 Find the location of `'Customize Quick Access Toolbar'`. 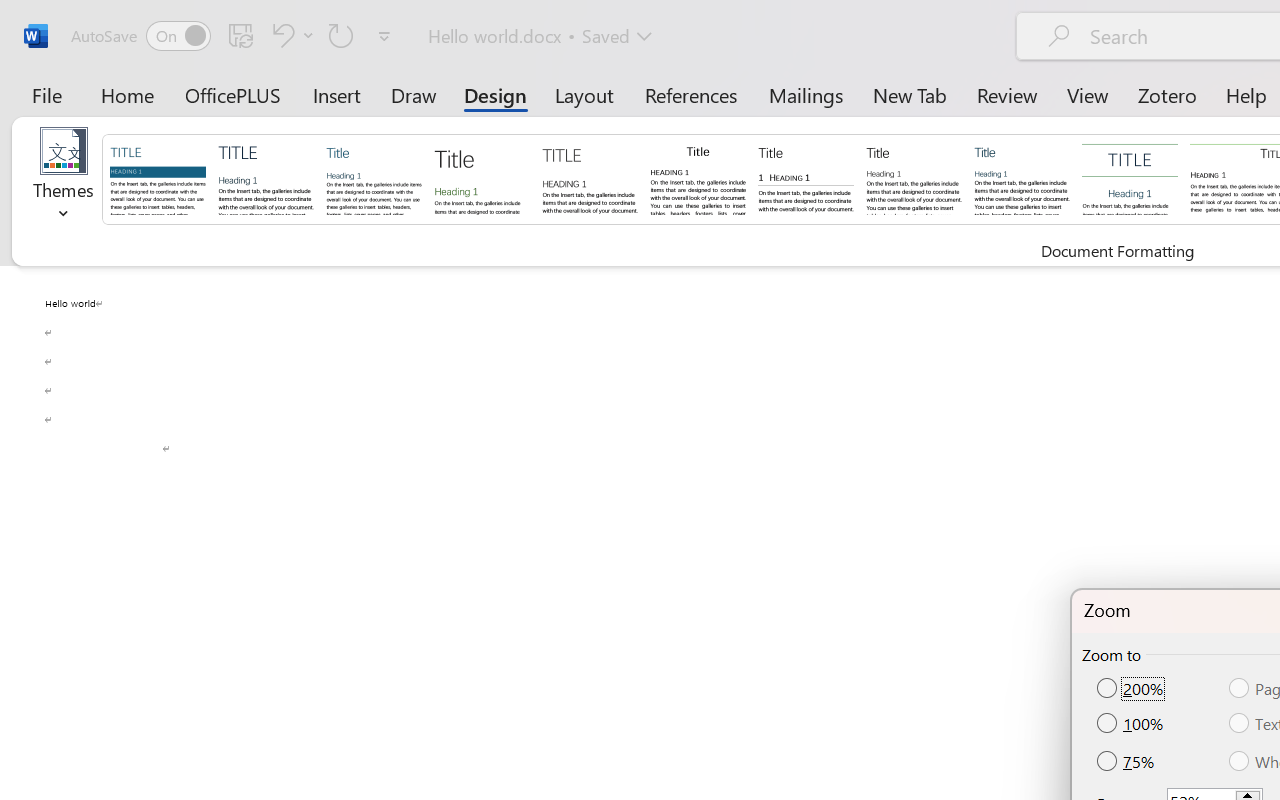

'Customize Quick Access Toolbar' is located at coordinates (384, 35).